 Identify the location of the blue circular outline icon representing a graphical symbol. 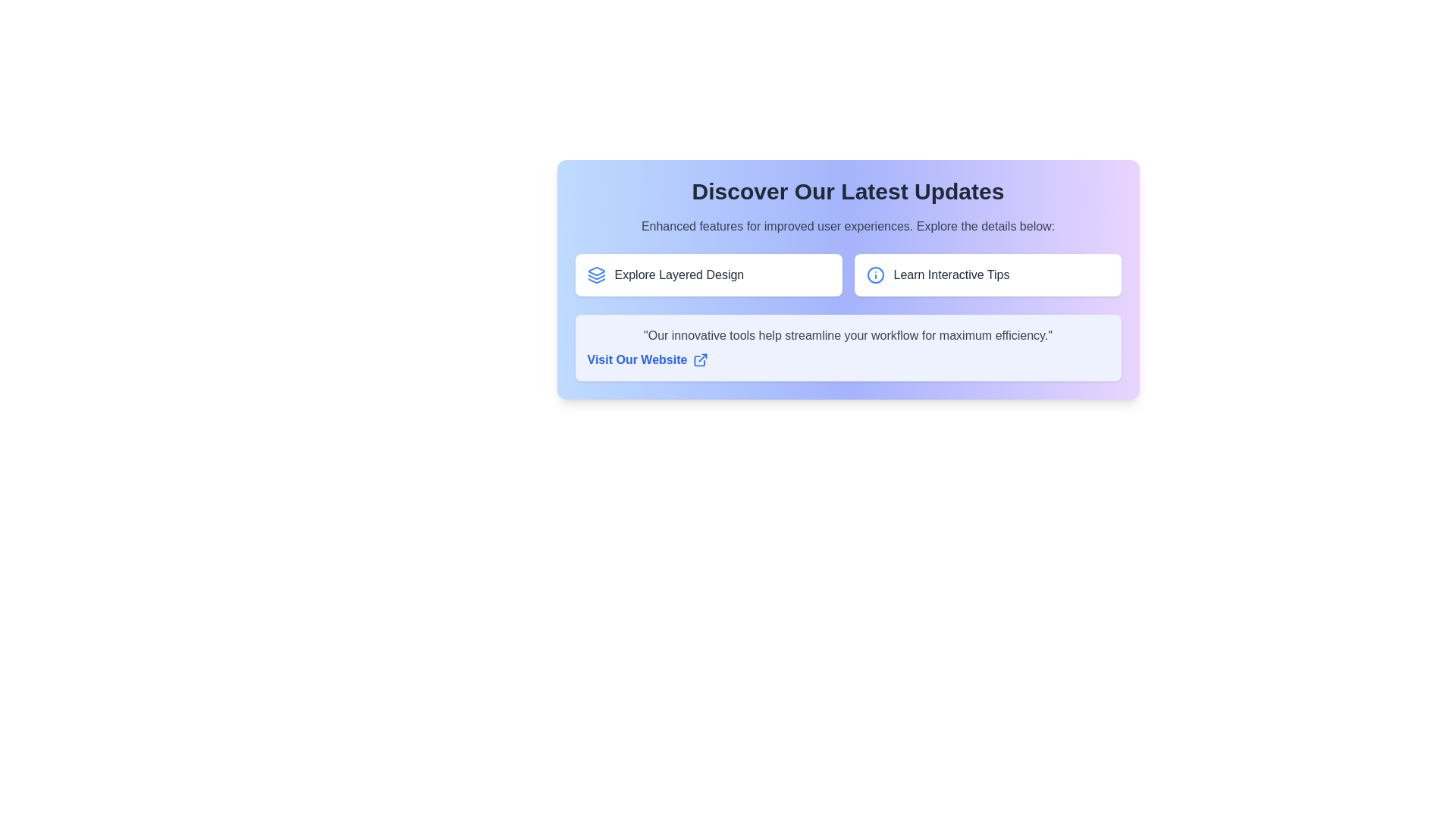
(875, 275).